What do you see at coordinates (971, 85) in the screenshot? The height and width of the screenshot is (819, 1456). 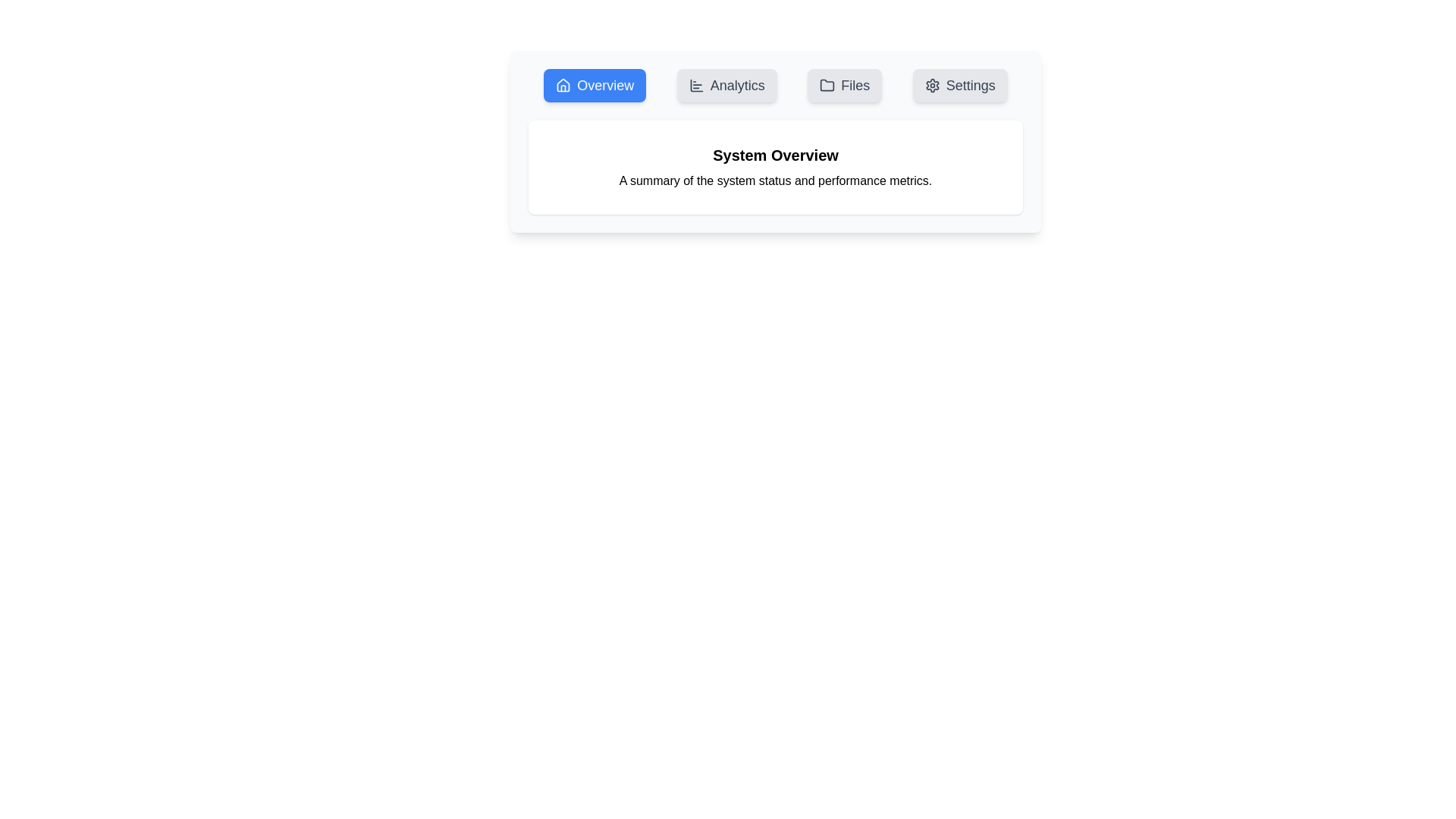 I see `the 'Settings' label located on the right side of the horizontal menu bar` at bounding box center [971, 85].